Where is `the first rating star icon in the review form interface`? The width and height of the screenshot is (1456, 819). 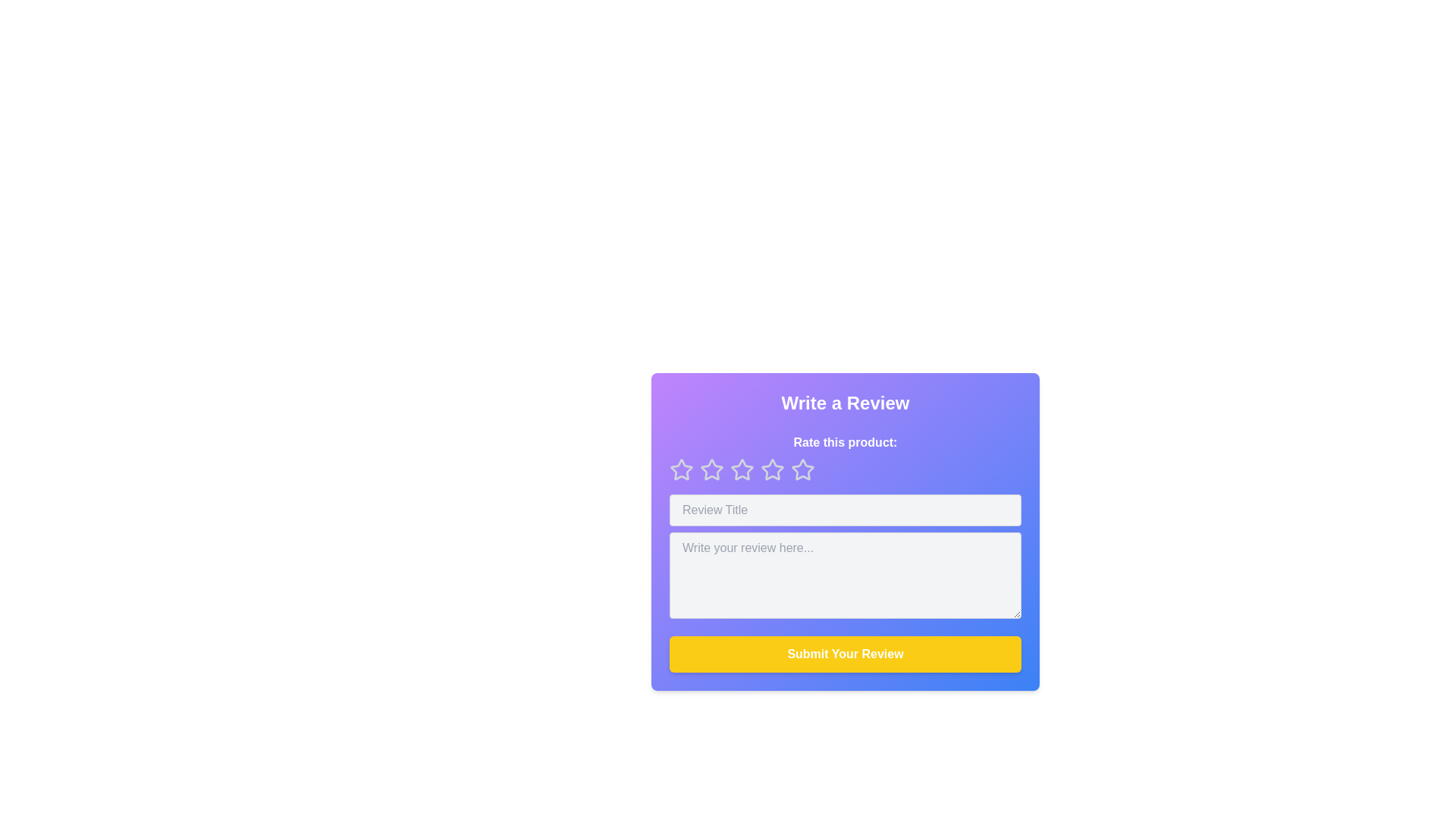
the first rating star icon in the review form interface is located at coordinates (680, 469).